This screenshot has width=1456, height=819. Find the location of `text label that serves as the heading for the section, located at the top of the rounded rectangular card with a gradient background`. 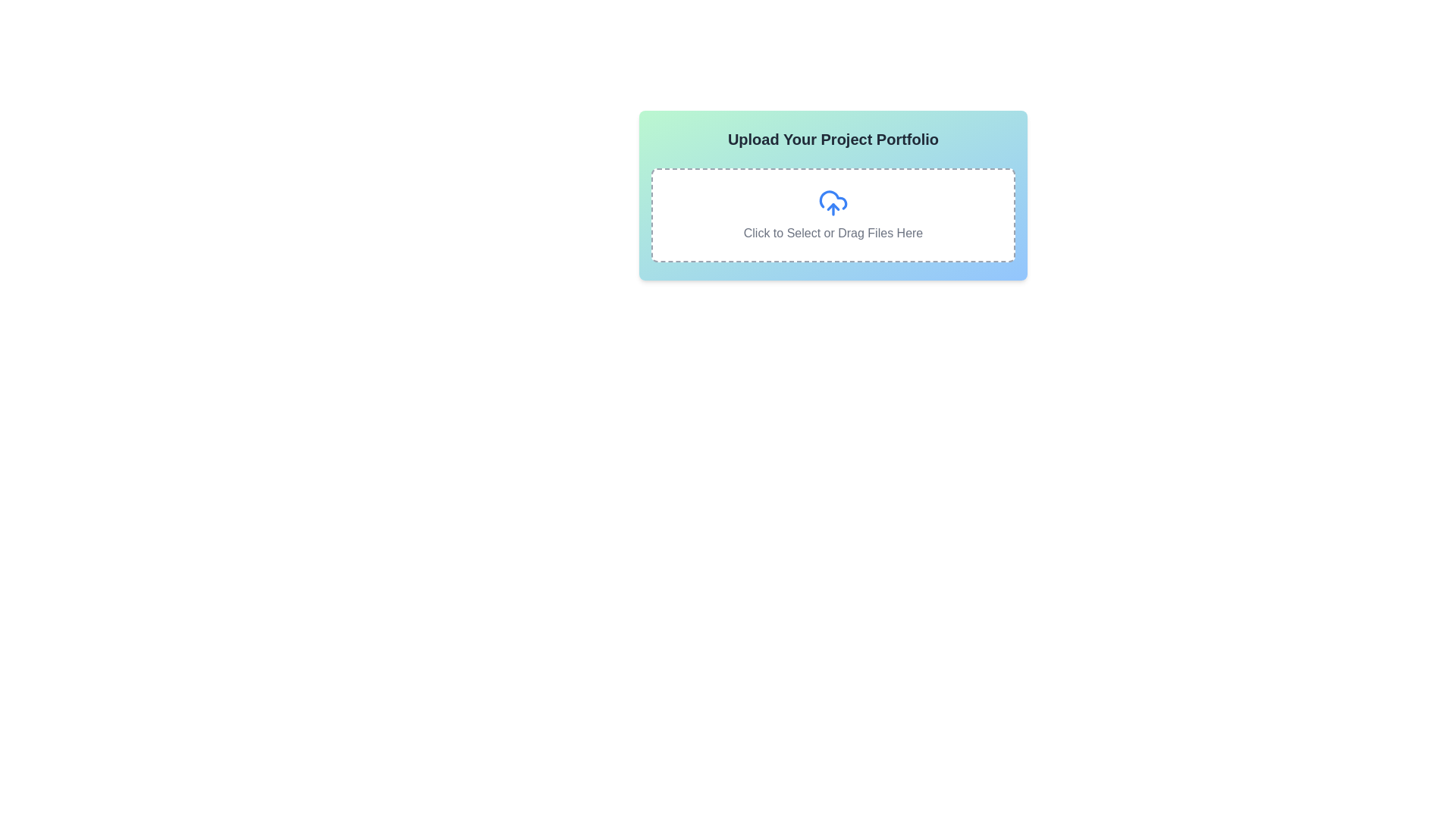

text label that serves as the heading for the section, located at the top of the rounded rectangular card with a gradient background is located at coordinates (833, 140).